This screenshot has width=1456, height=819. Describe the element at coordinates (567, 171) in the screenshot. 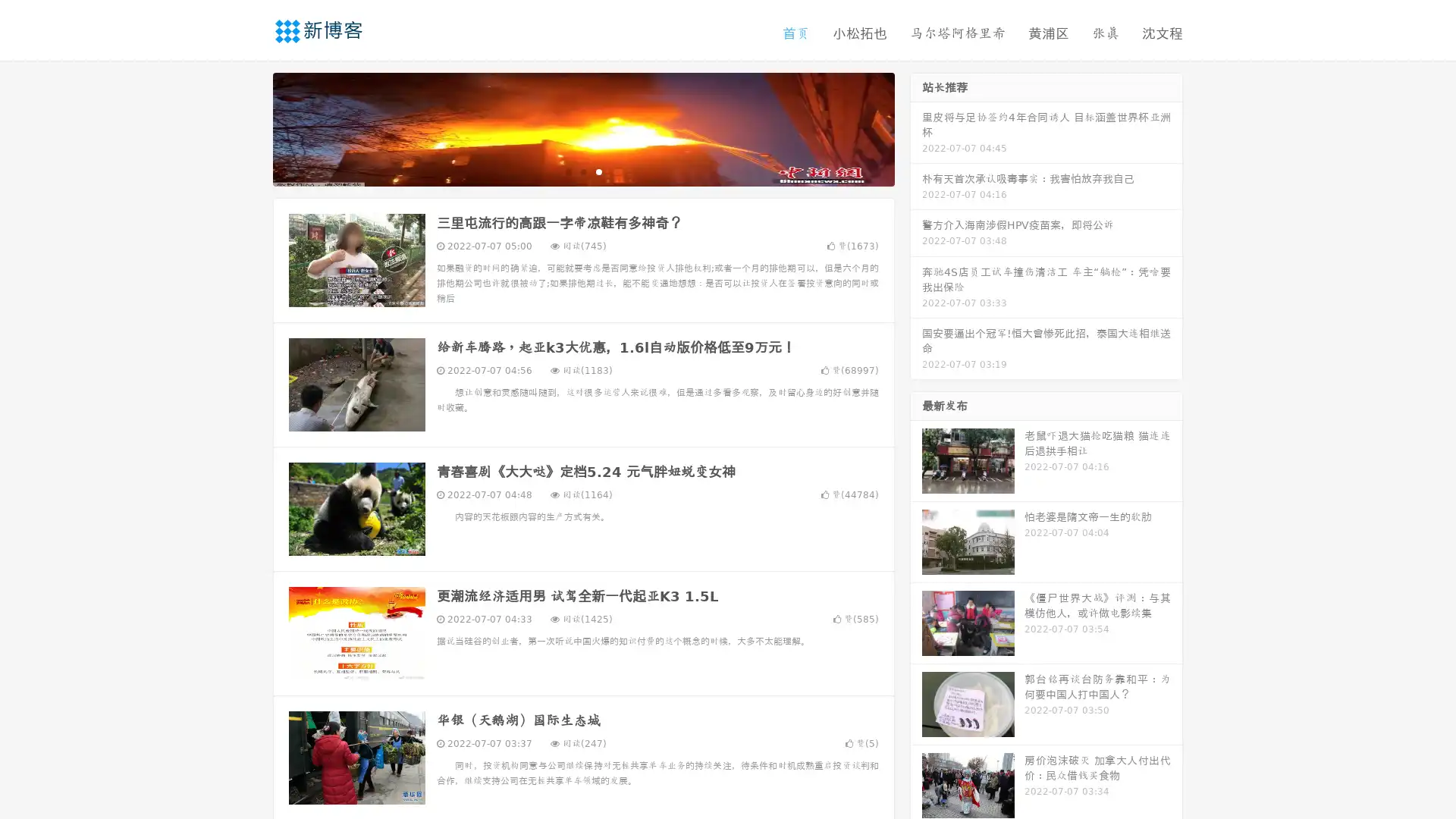

I see `Go to slide 1` at that location.